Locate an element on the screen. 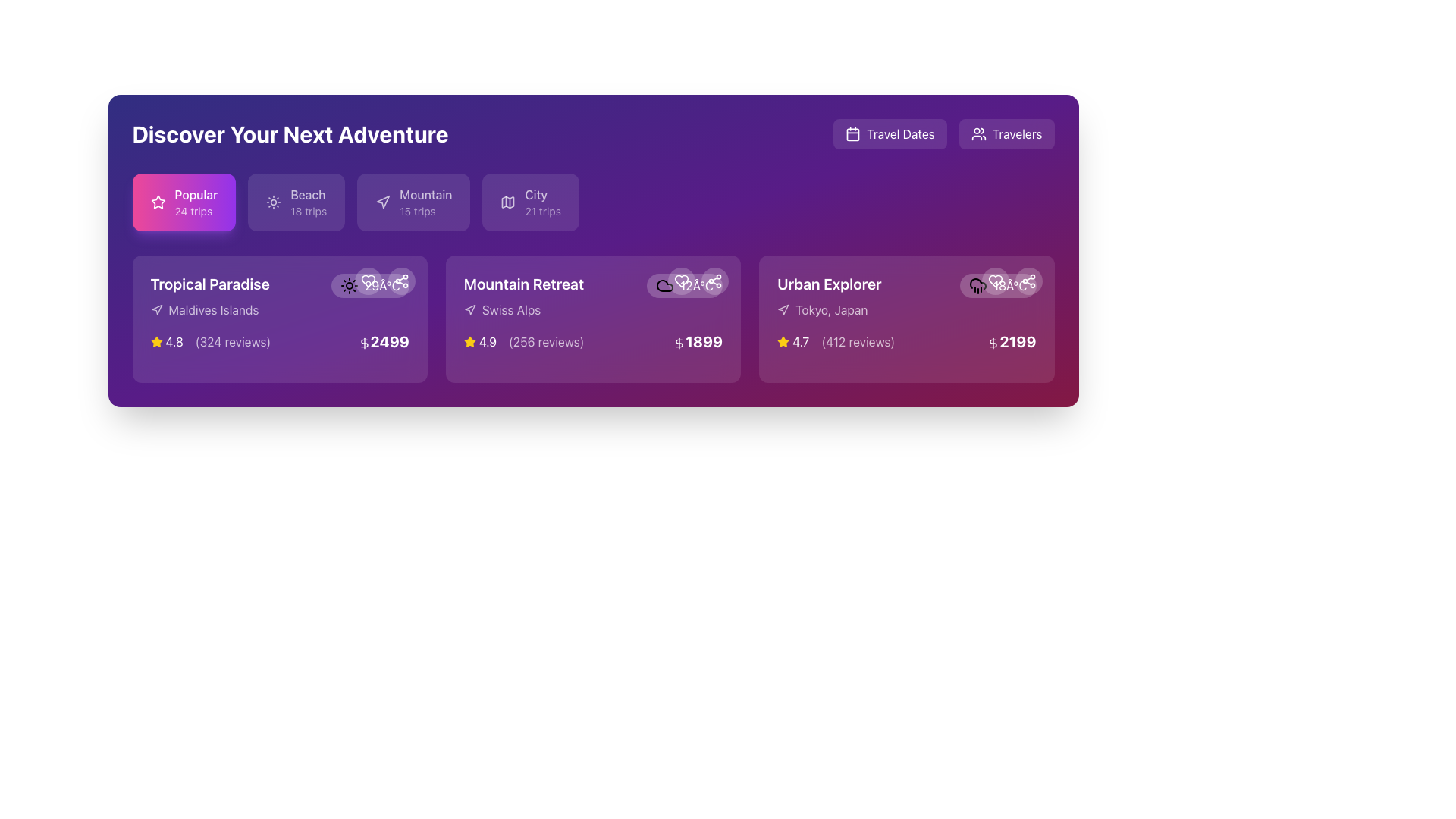  the 'City' category icon, which is the second icon within the 'City 21 trips' button, located to the left of the 'City' text in the fourth position of the category row at the top of the card is located at coordinates (508, 201).